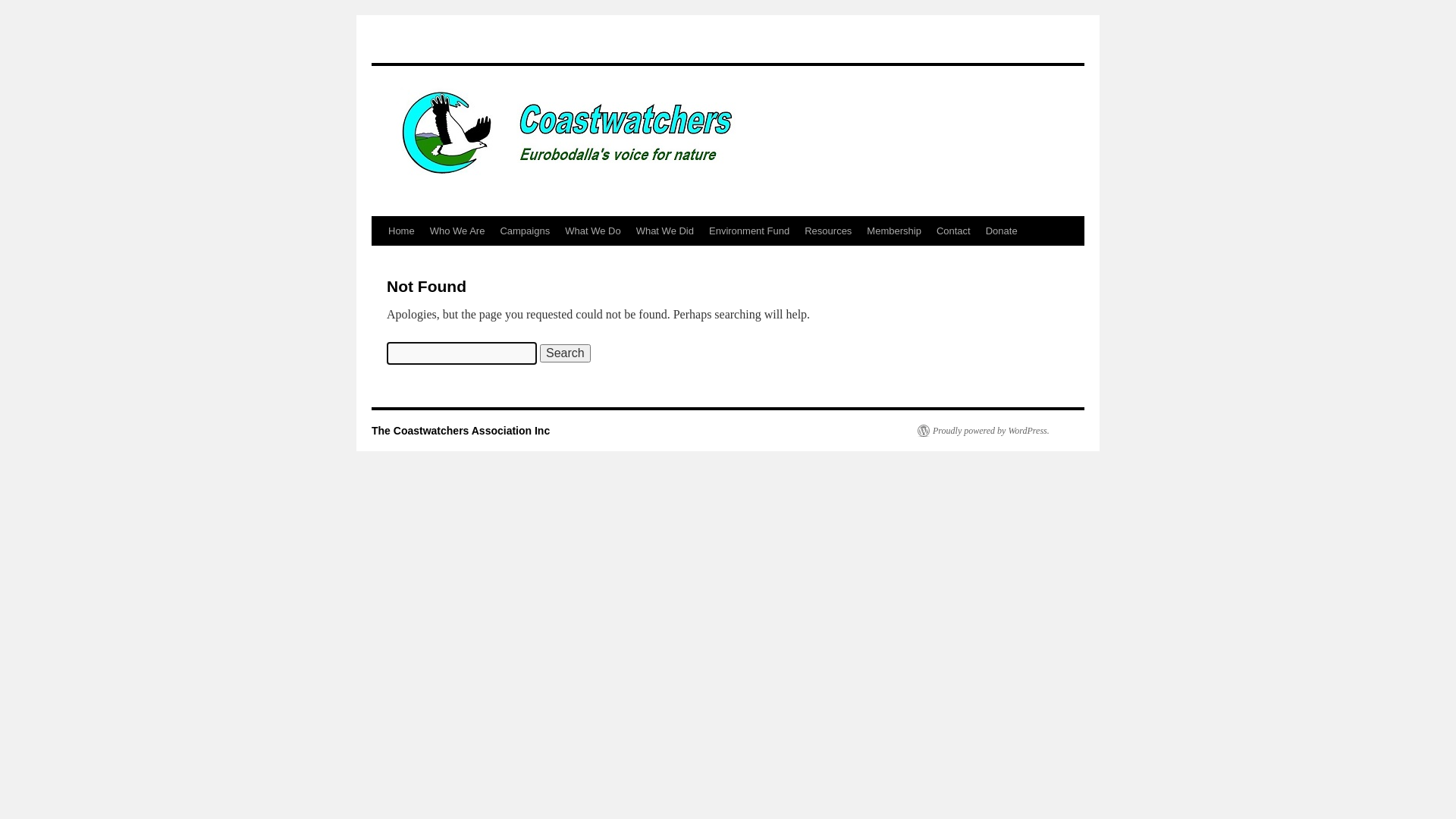 This screenshot has width=1456, height=819. Describe the element at coordinates (457, 231) in the screenshot. I see `'Who We Are'` at that location.